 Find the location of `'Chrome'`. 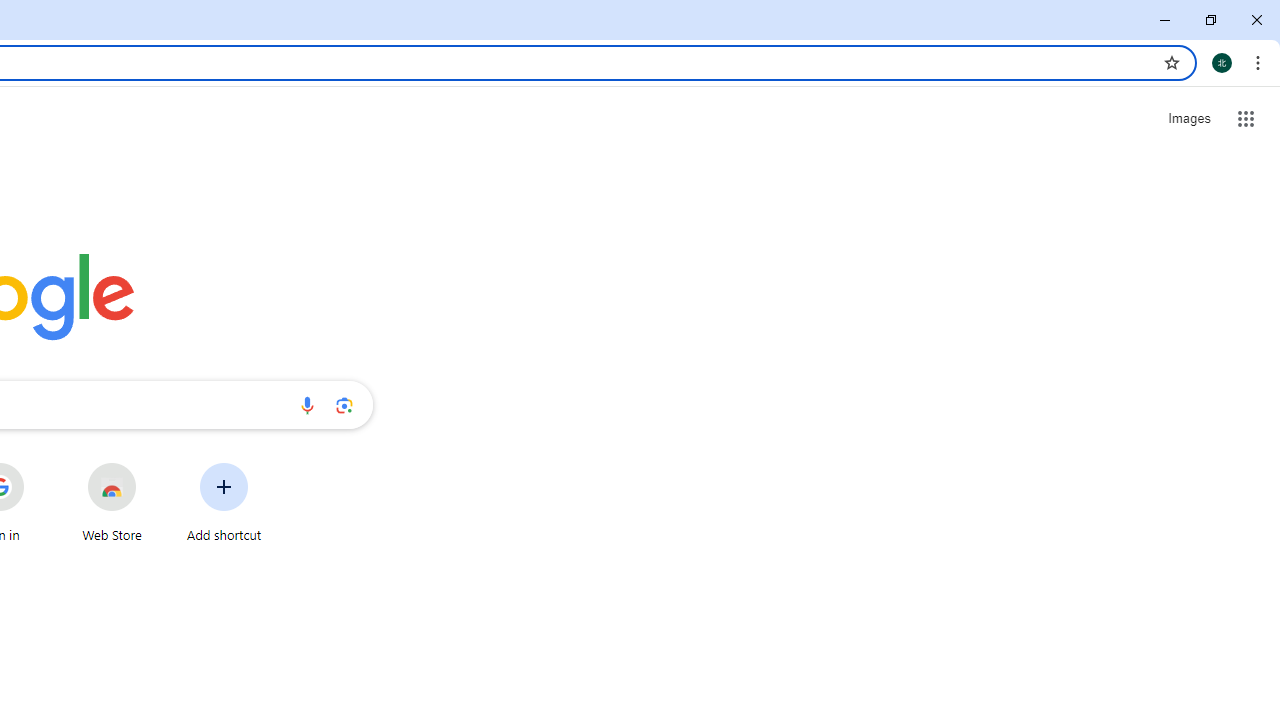

'Chrome' is located at coordinates (1259, 61).